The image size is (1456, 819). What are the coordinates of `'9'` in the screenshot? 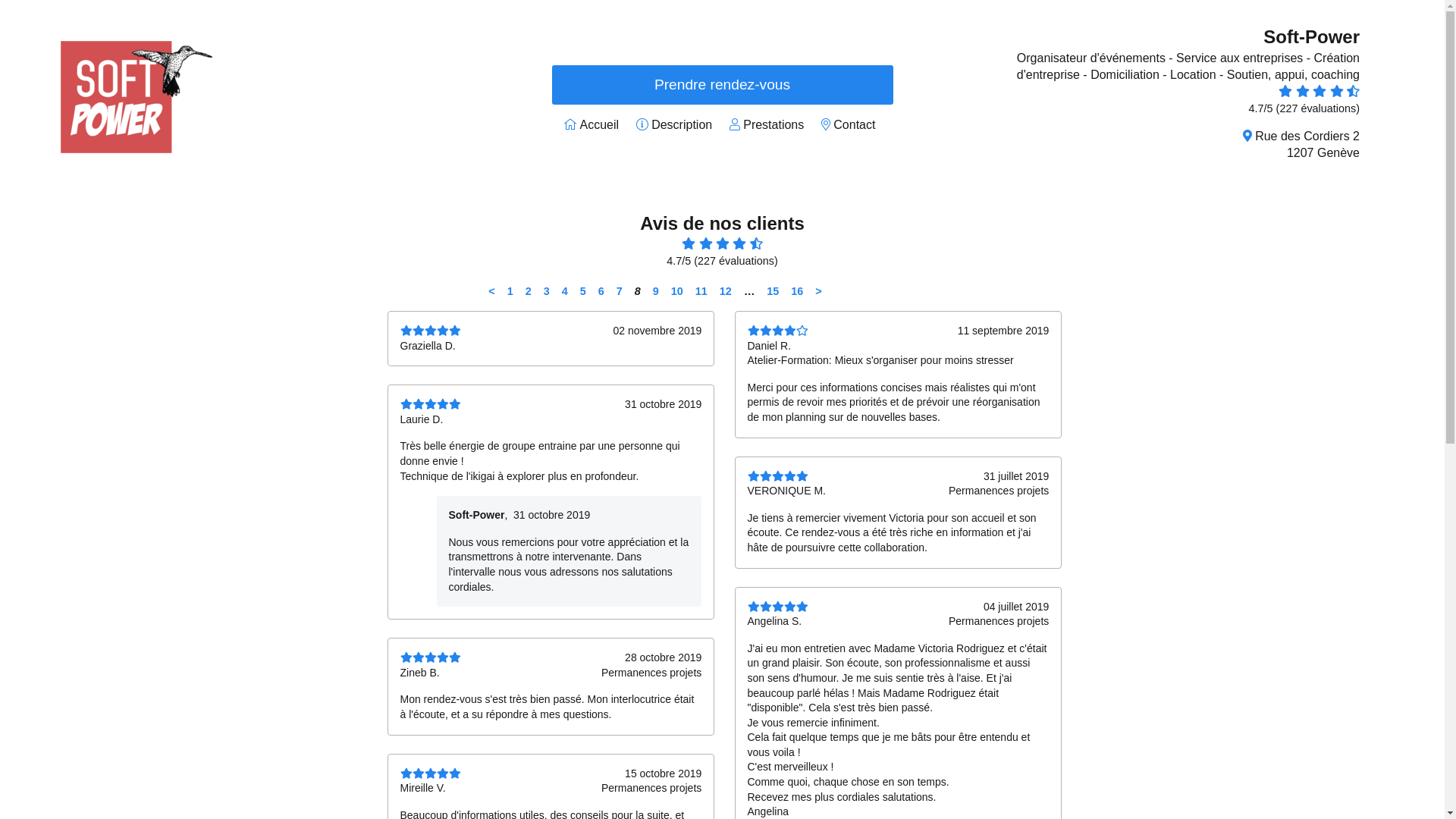 It's located at (655, 291).